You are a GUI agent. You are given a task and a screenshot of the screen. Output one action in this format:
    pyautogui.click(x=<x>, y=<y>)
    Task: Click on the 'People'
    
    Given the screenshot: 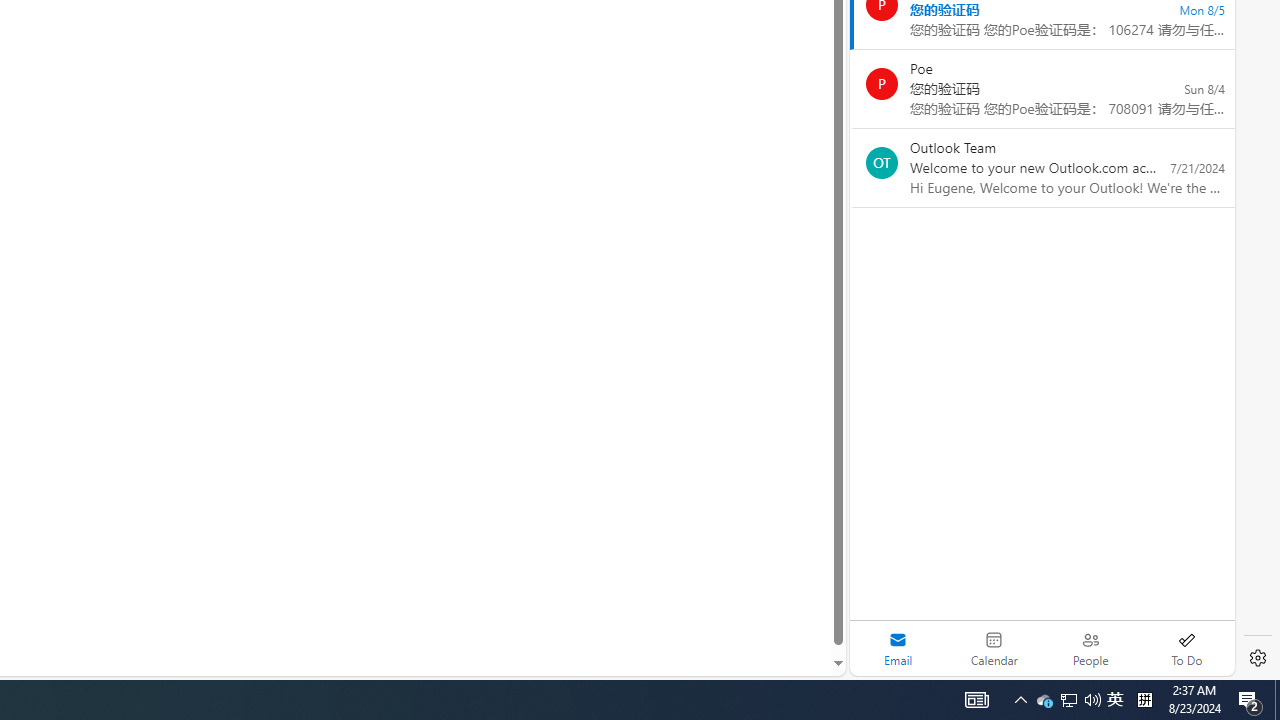 What is the action you would take?
    pyautogui.click(x=1089, y=648)
    